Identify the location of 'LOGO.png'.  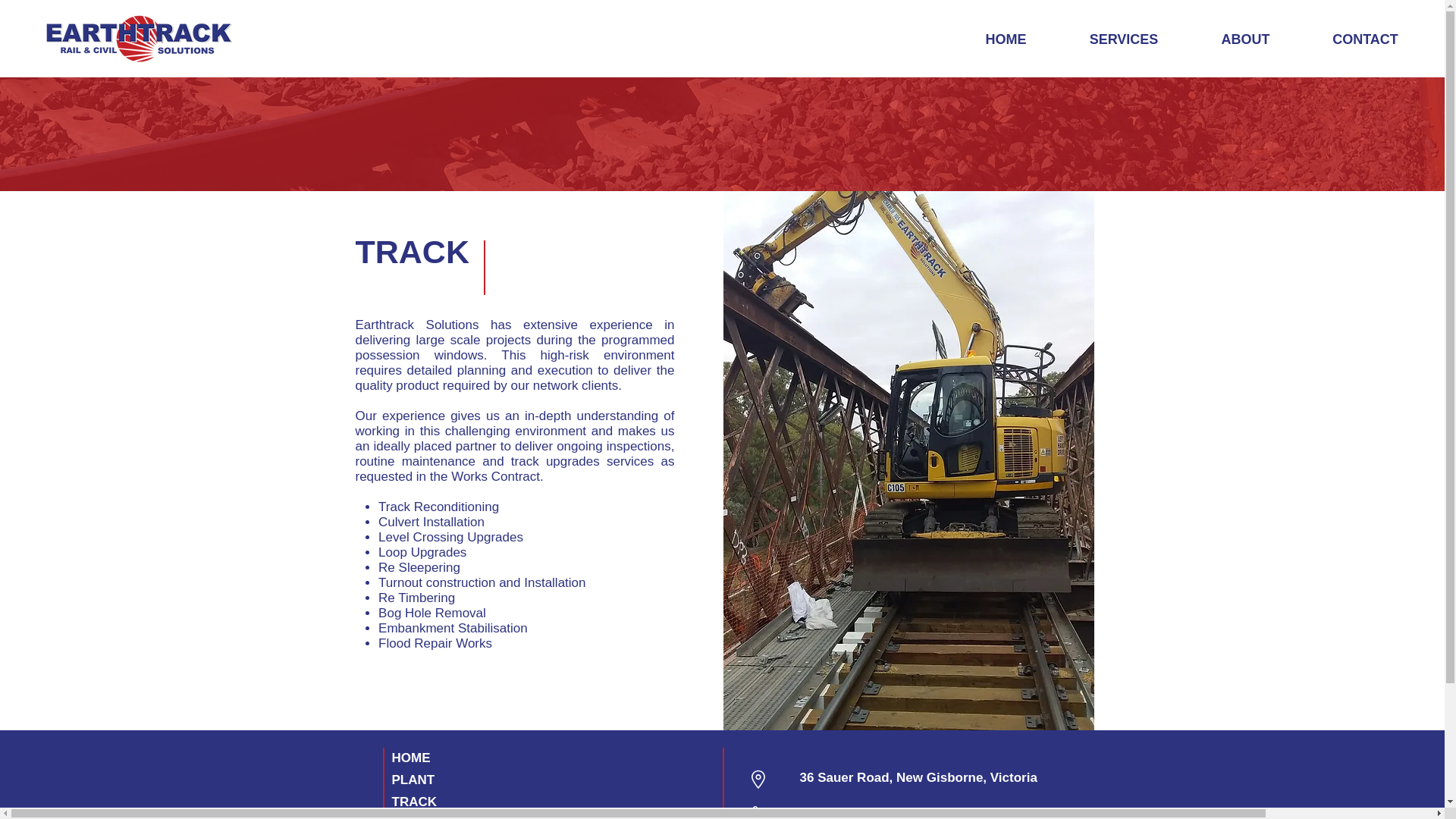
(140, 38).